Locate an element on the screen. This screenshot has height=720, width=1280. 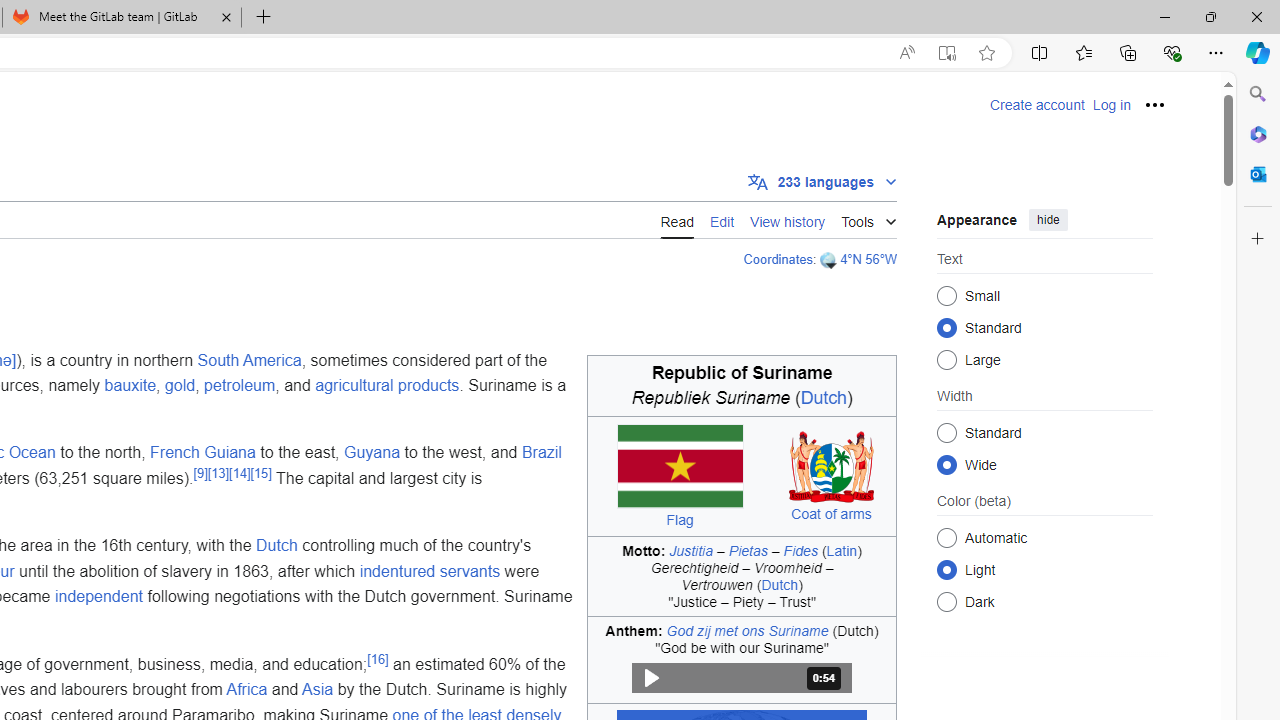
'gold' is located at coordinates (179, 386).